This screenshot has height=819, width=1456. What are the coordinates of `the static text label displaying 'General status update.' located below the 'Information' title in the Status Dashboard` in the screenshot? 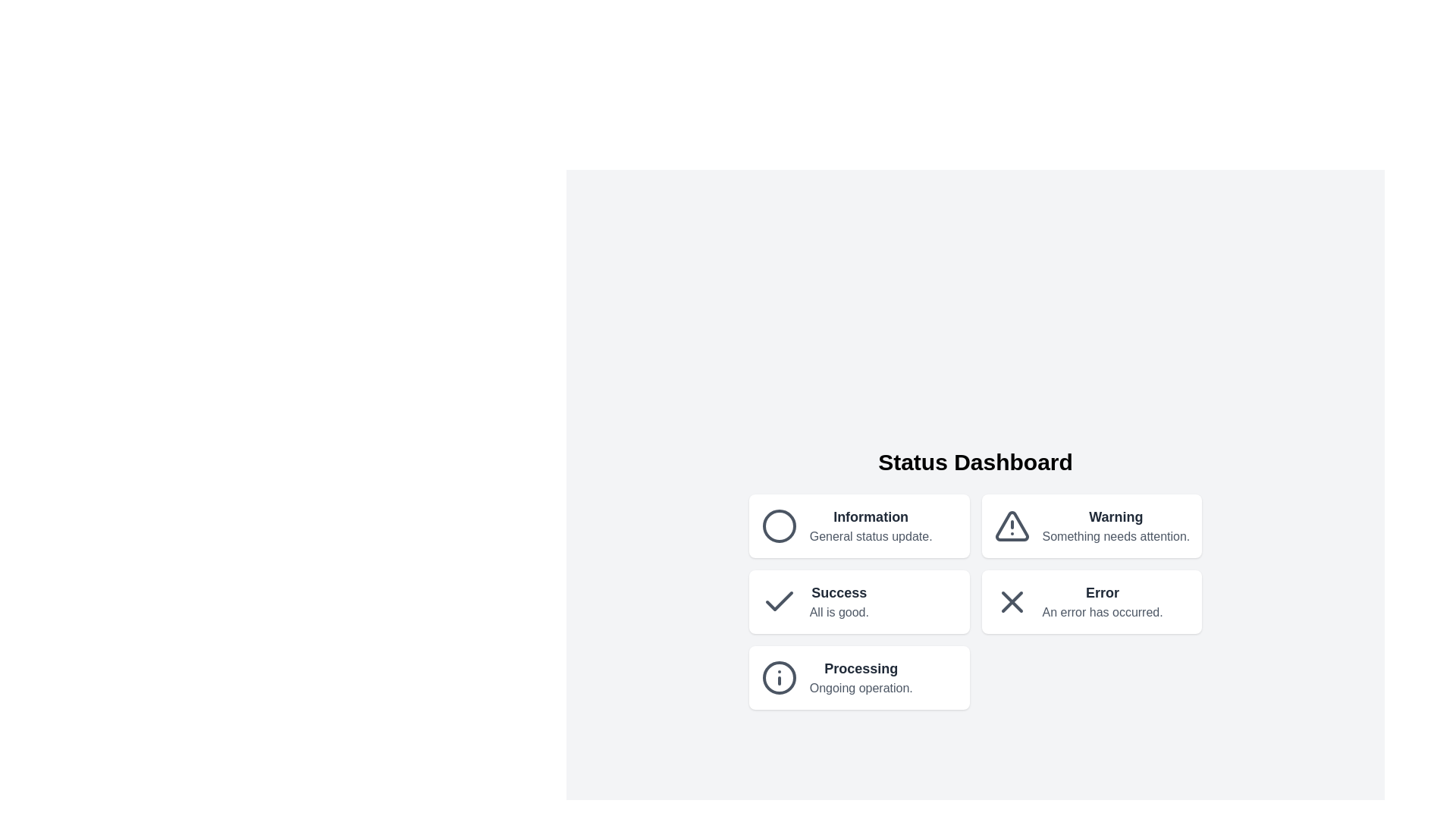 It's located at (871, 536).